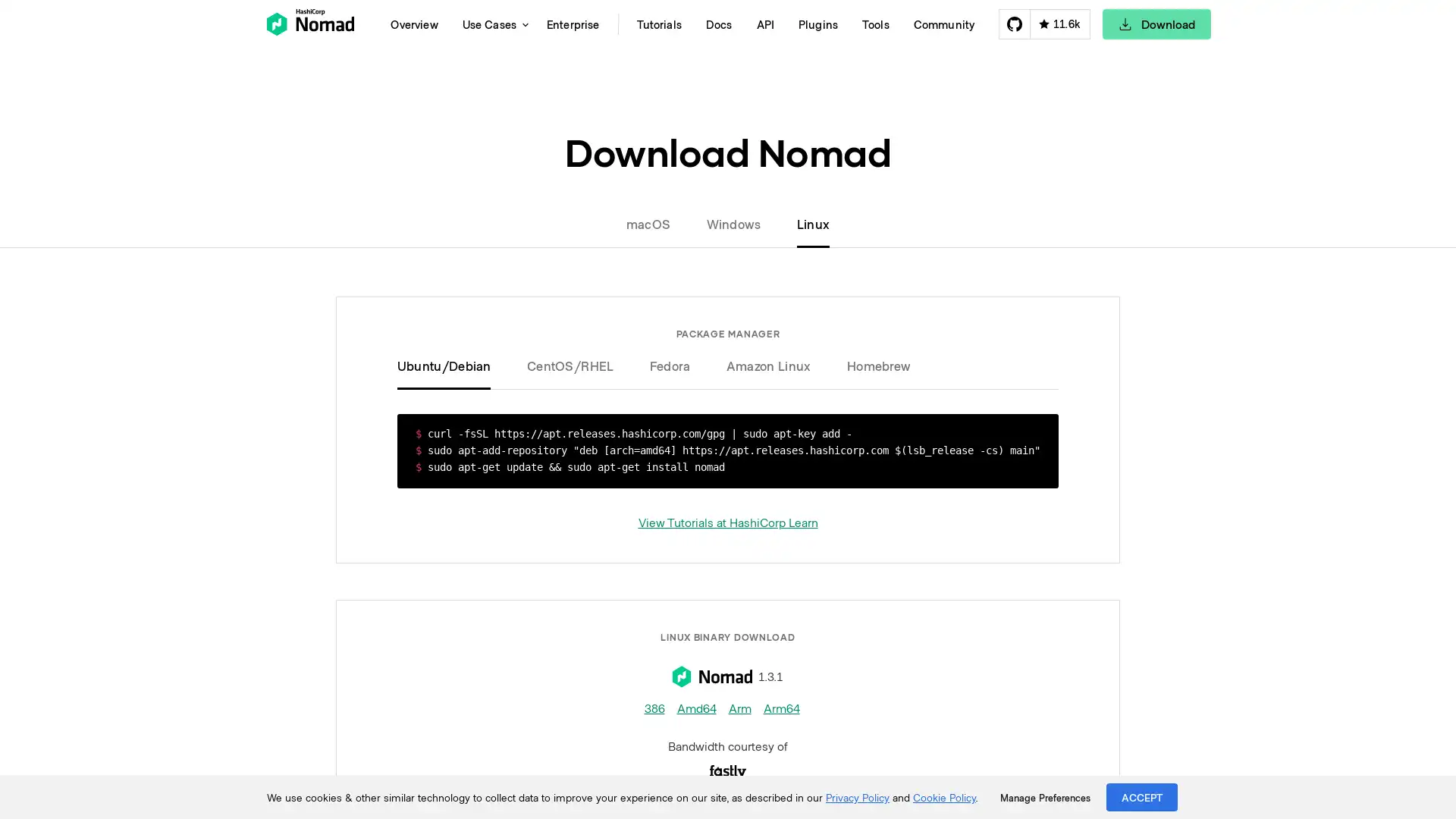 Image resolution: width=1456 pixels, height=819 pixels. I want to click on Amazon Linux, so click(768, 366).